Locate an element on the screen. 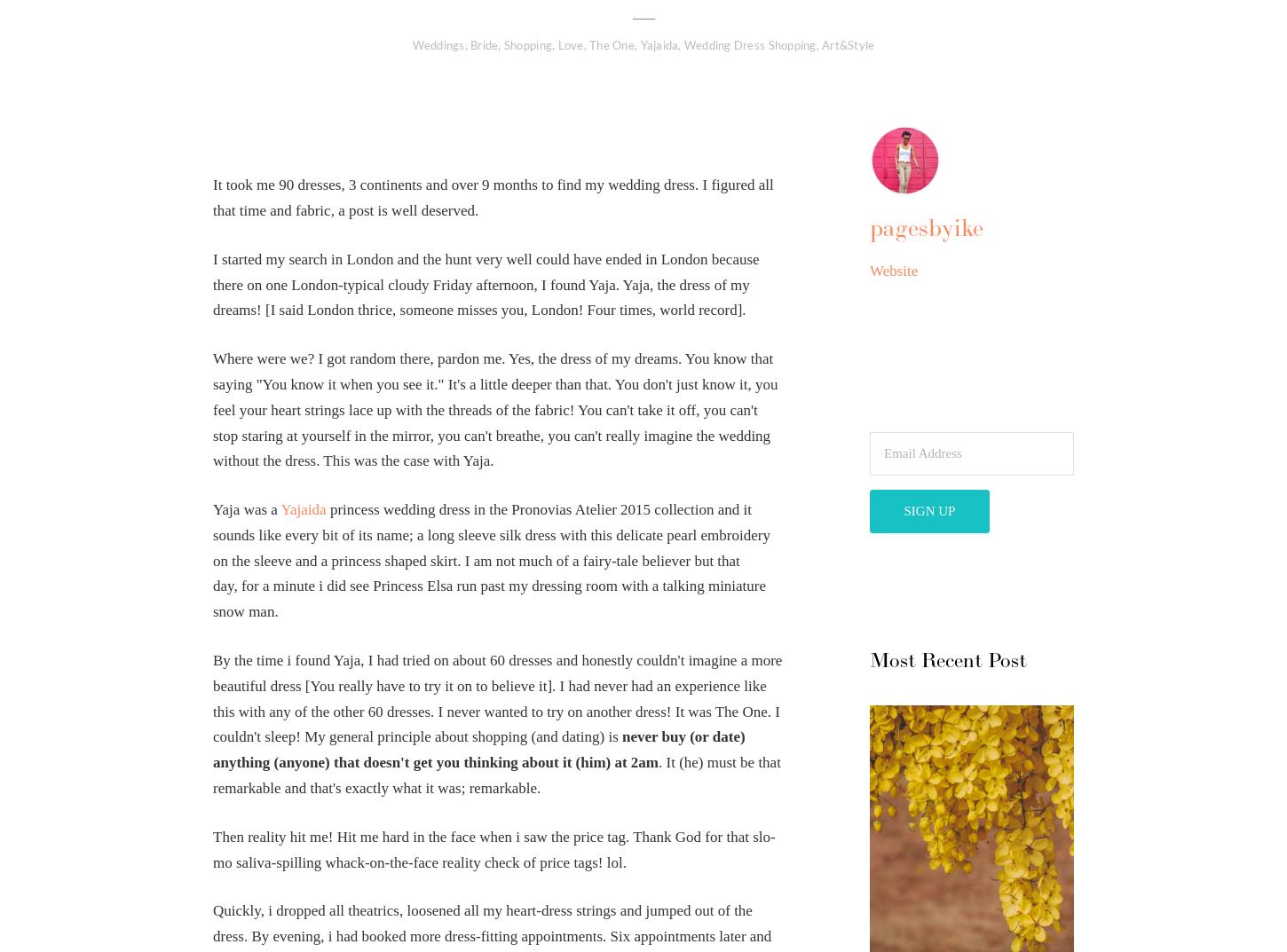 The width and height of the screenshot is (1287, 952). 'Website' is located at coordinates (894, 271).